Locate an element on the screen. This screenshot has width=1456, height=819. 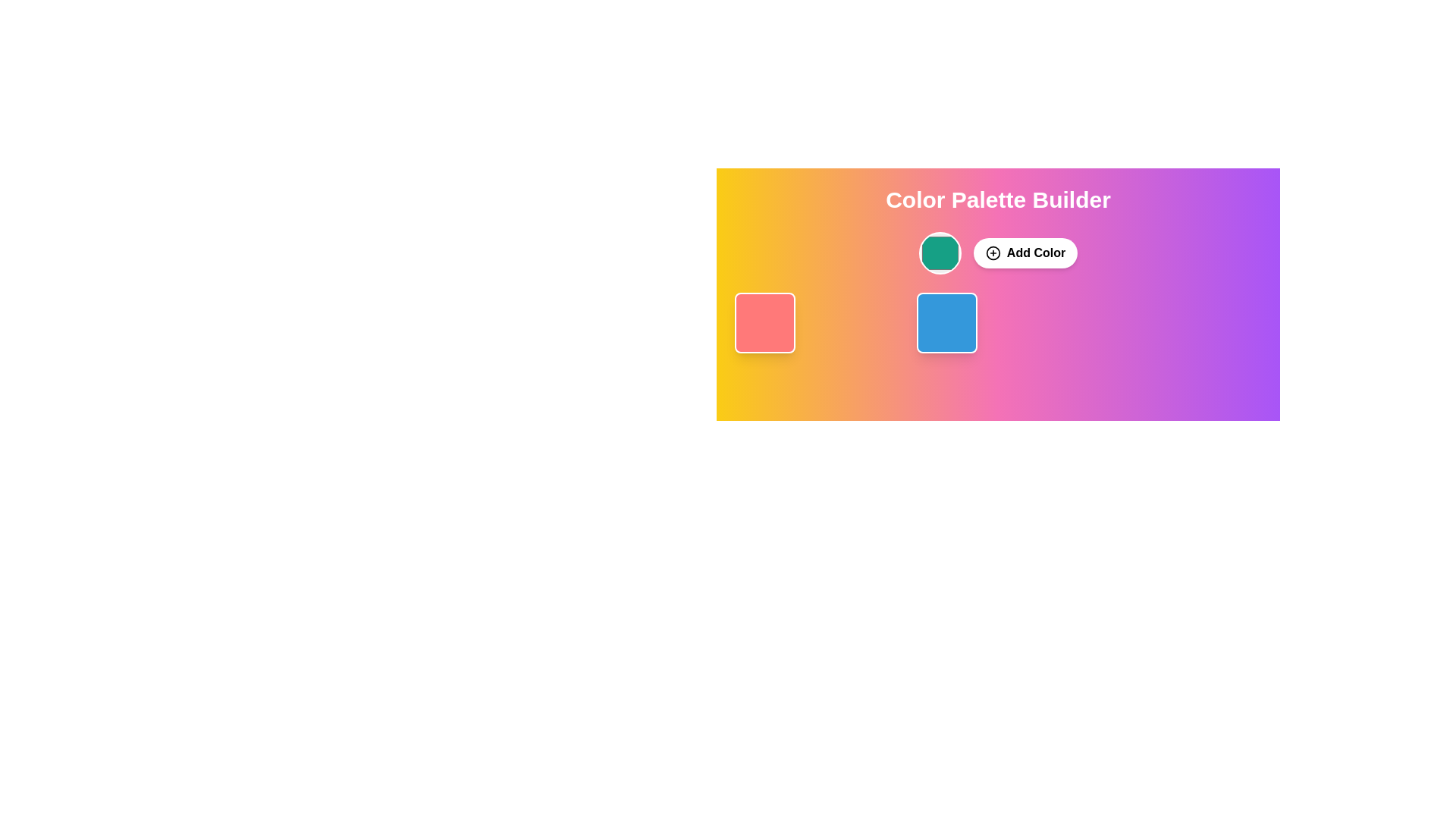
the button for adding new colors to the palette, located under the 'Color Palette Builder' header is located at coordinates (998, 253).